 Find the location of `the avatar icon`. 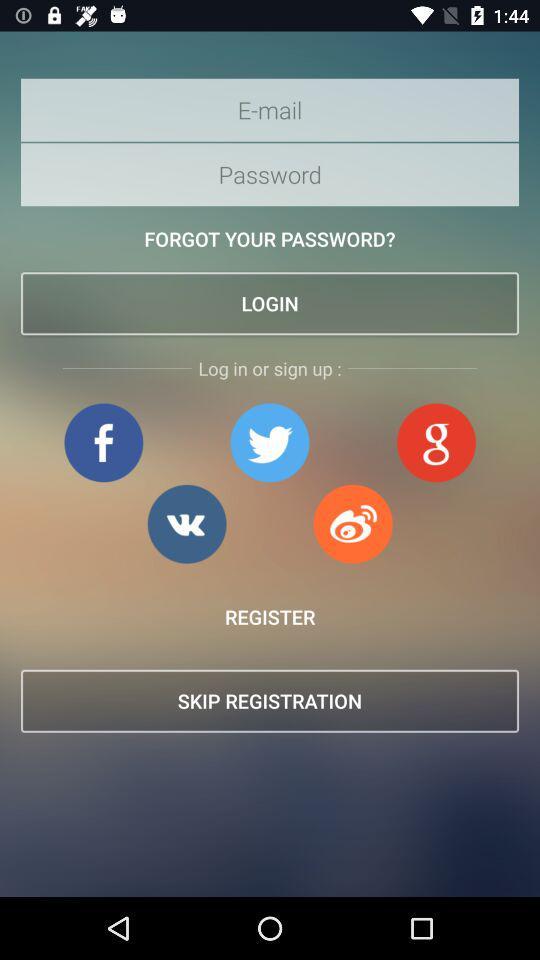

the avatar icon is located at coordinates (435, 442).